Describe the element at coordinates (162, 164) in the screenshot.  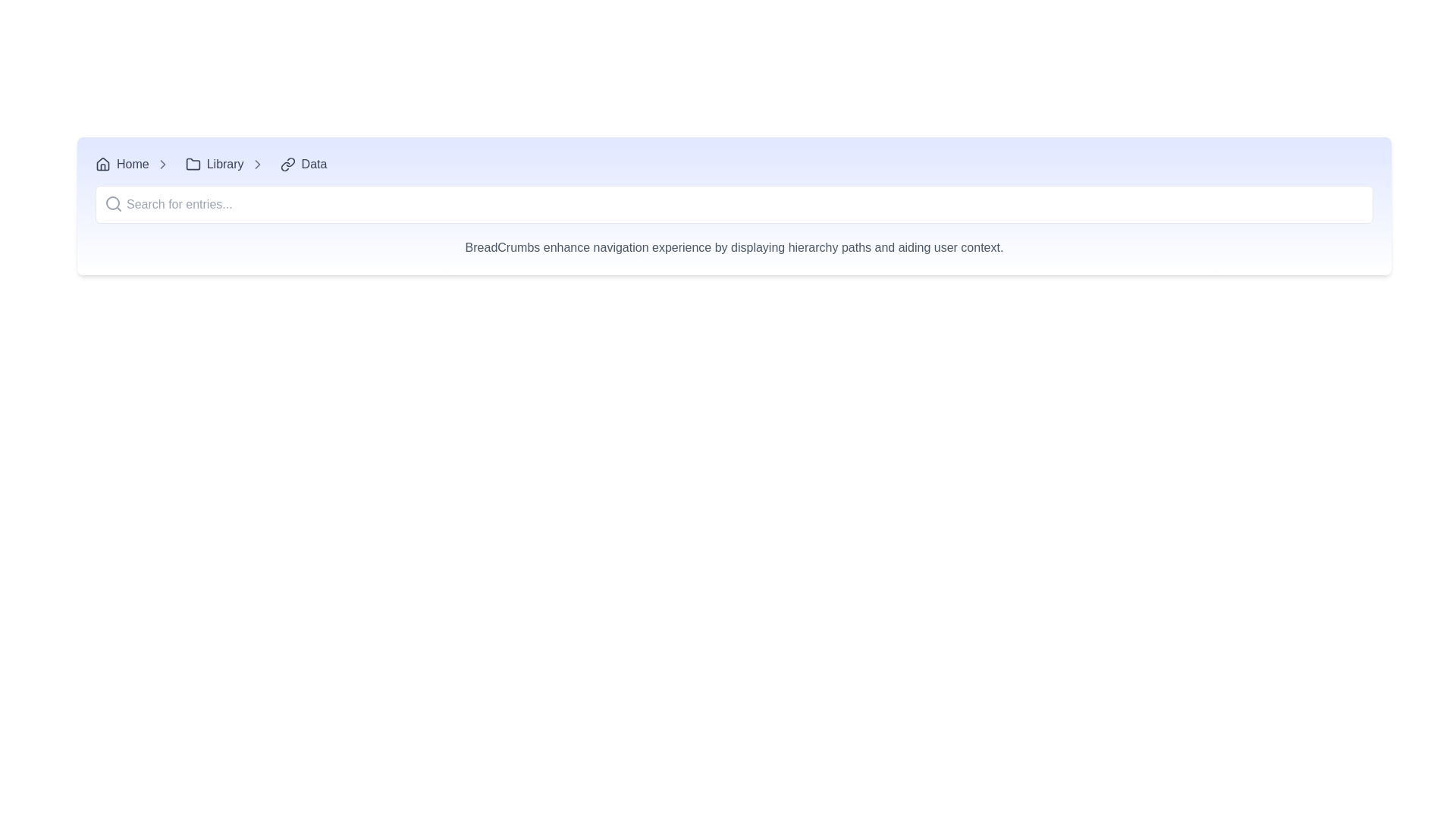
I see `the right-facing chevron icon in the breadcrumb navigation bar, which is styled in gray and serves as a separator between 'Library' and 'Data'` at that location.